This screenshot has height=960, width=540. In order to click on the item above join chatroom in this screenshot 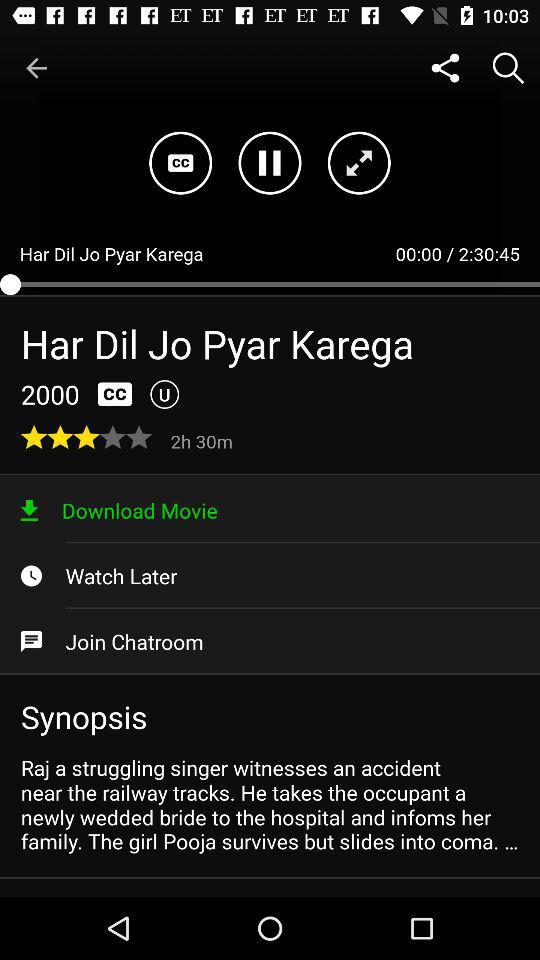, I will do `click(270, 576)`.